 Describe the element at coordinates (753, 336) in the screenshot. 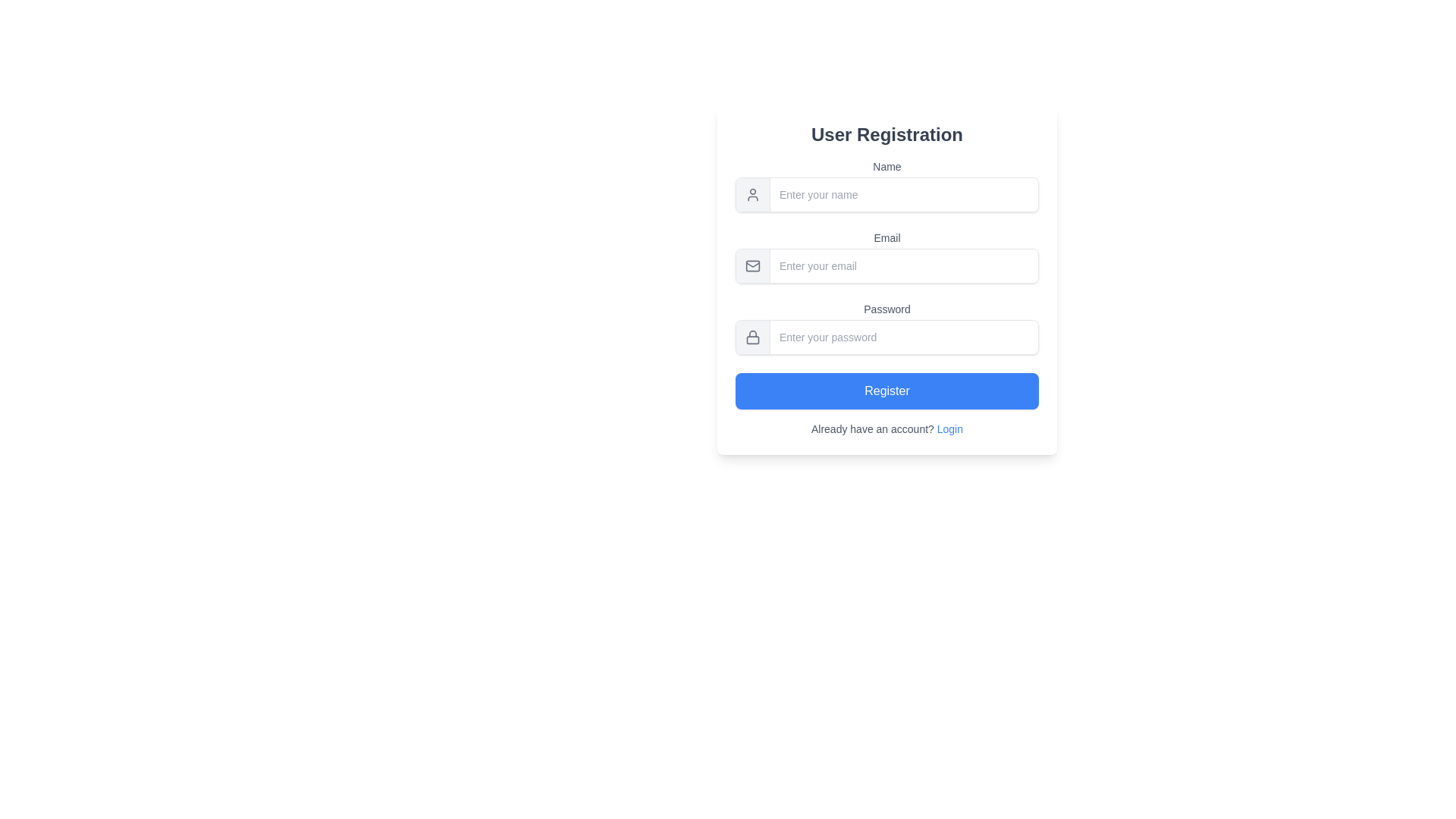

I see `the security icon located to the left of the password input field in the 'User Registration' form, which visually indicates the purpose of the password input` at that location.